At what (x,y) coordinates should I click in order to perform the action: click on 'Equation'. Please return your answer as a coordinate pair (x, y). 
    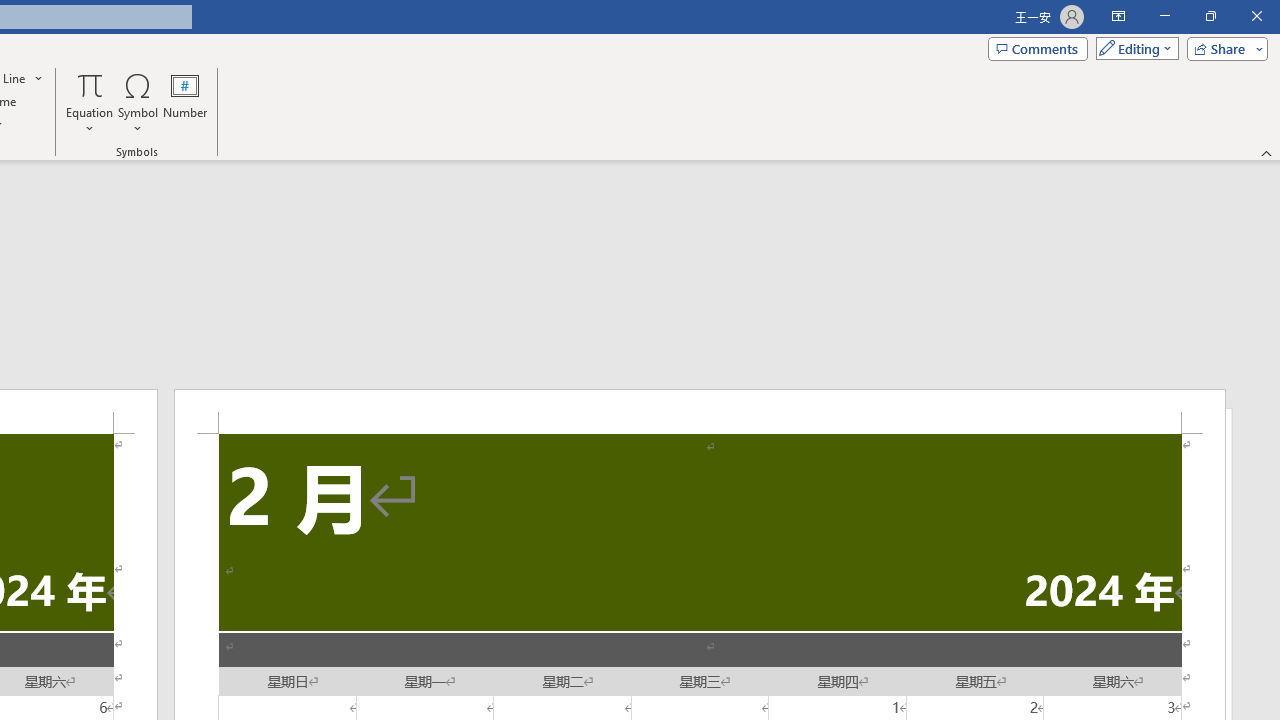
    Looking at the image, I should click on (89, 84).